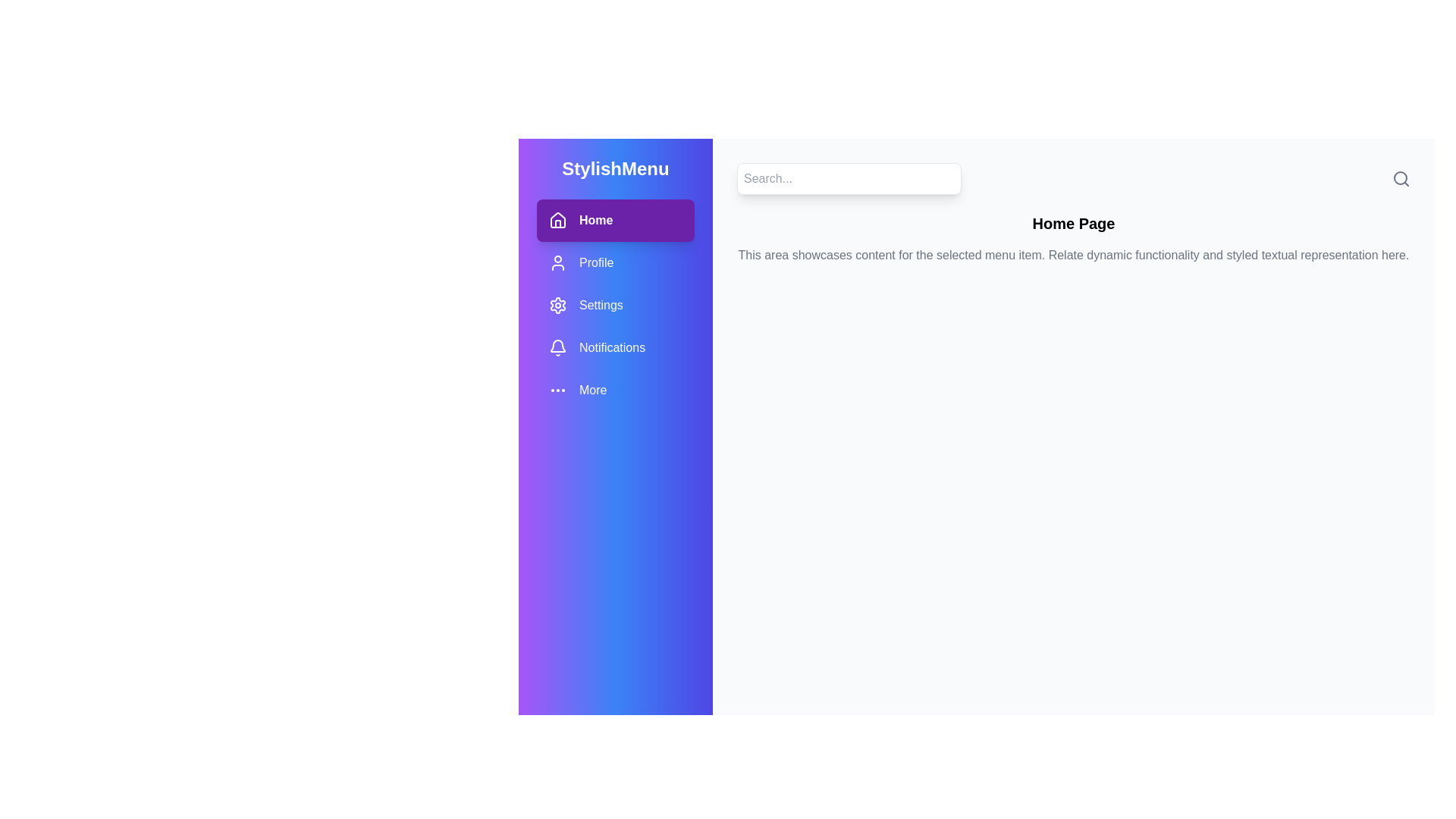 This screenshot has height=819, width=1456. Describe the element at coordinates (615, 348) in the screenshot. I see `the menu item Notifications to navigate to the corresponding page` at that location.